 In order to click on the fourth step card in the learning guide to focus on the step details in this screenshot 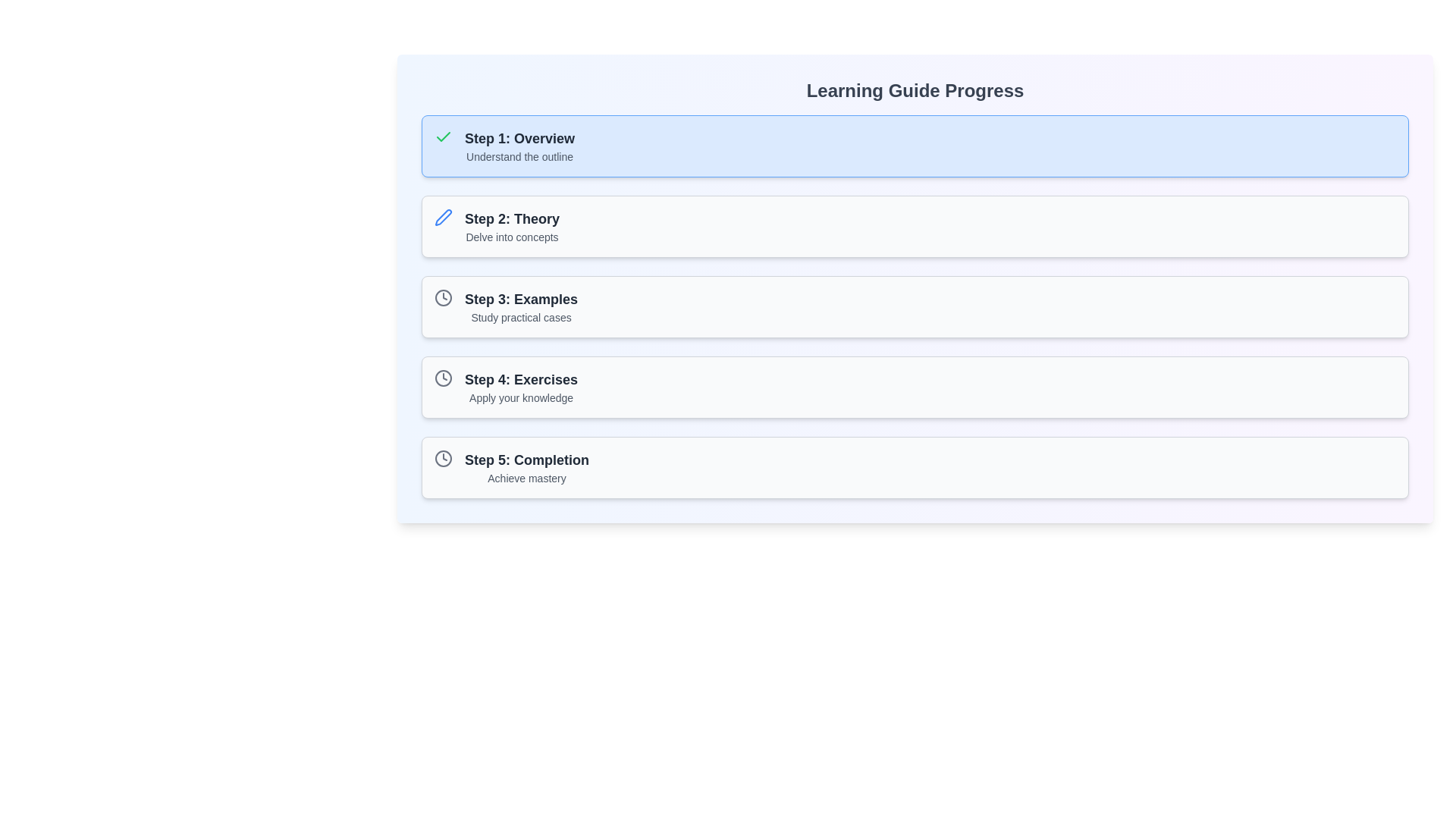, I will do `click(914, 386)`.